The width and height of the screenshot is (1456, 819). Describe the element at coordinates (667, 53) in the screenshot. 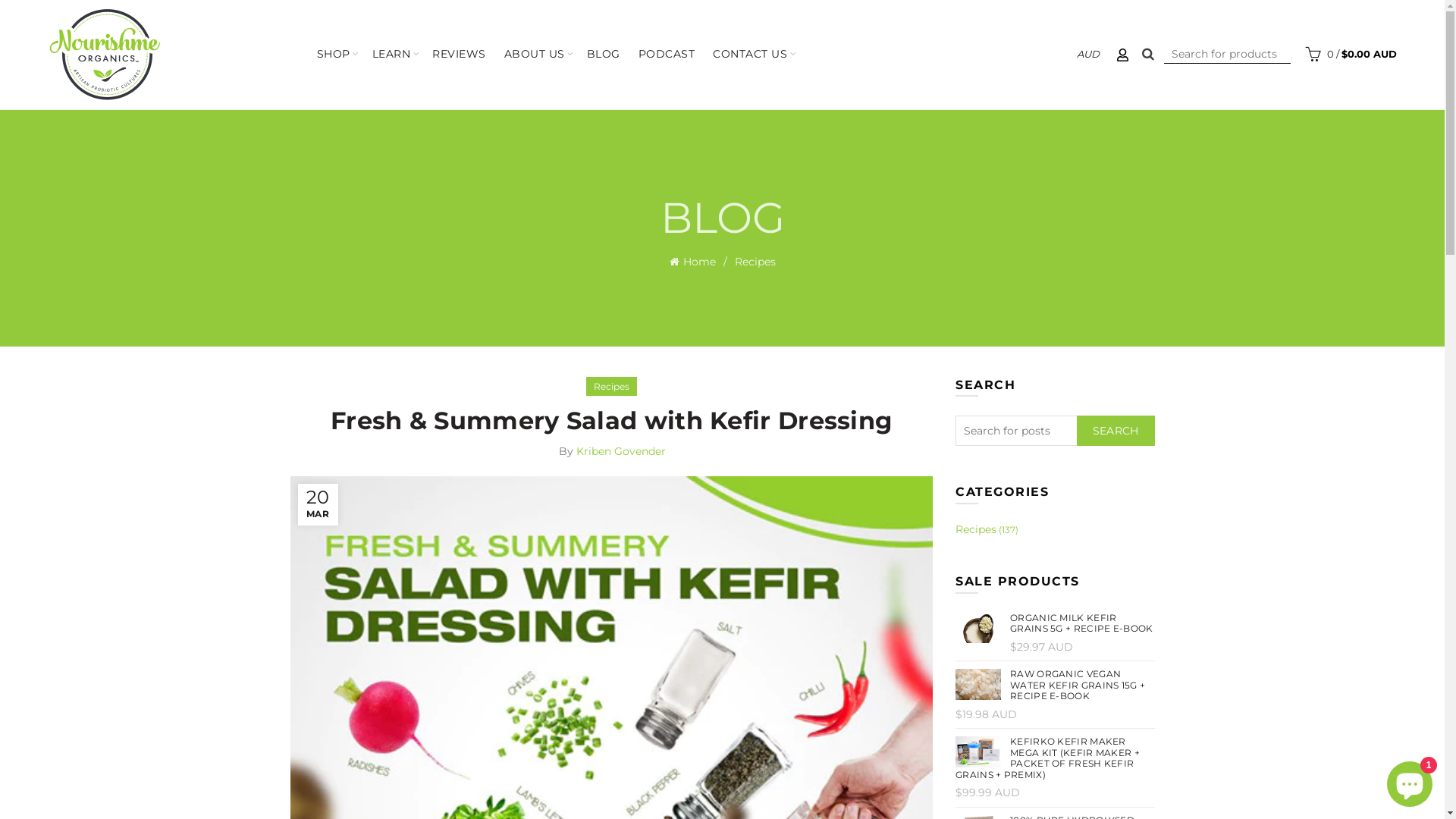

I see `'PODCAST'` at that location.